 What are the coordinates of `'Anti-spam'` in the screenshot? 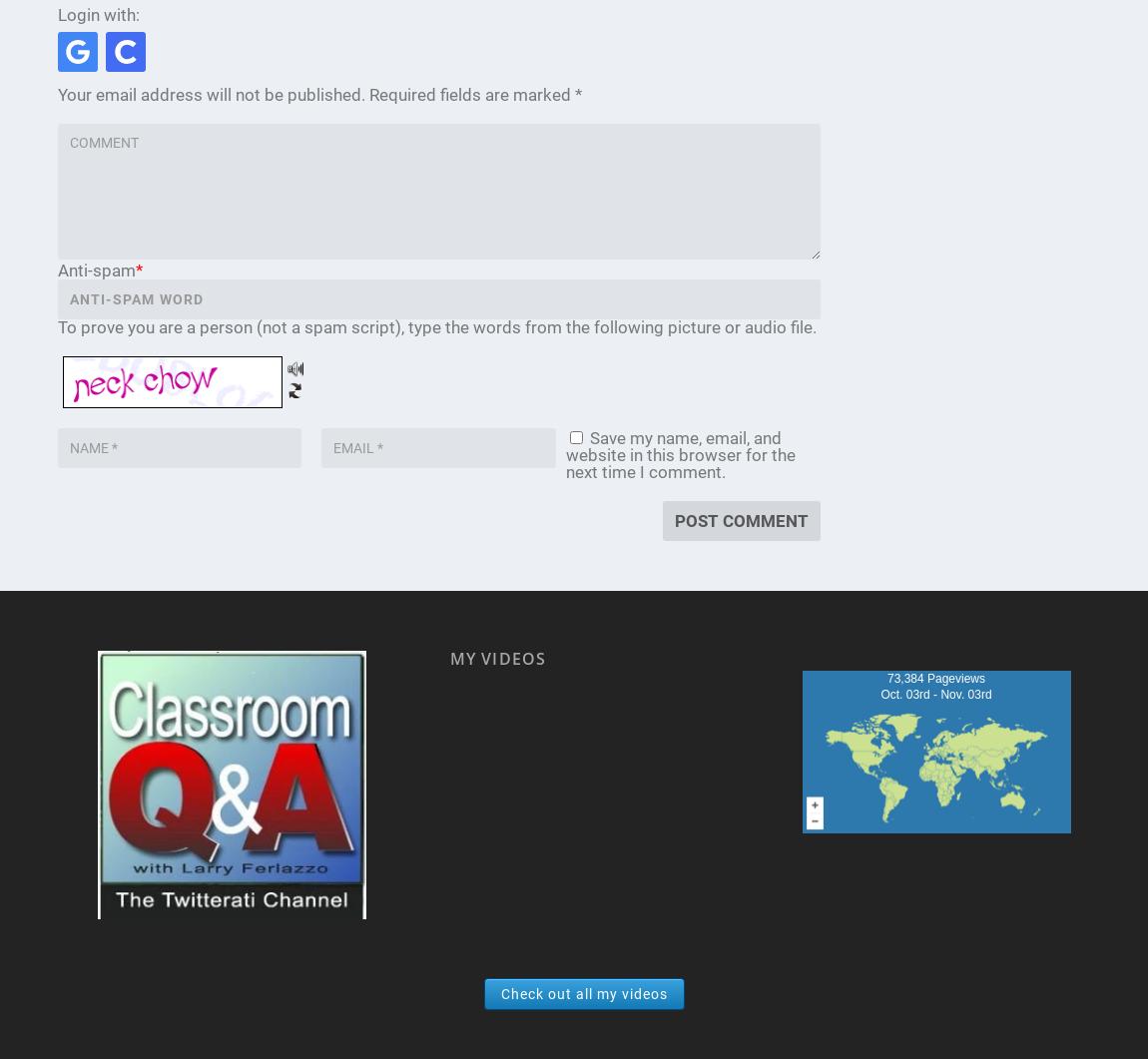 It's located at (56, 268).